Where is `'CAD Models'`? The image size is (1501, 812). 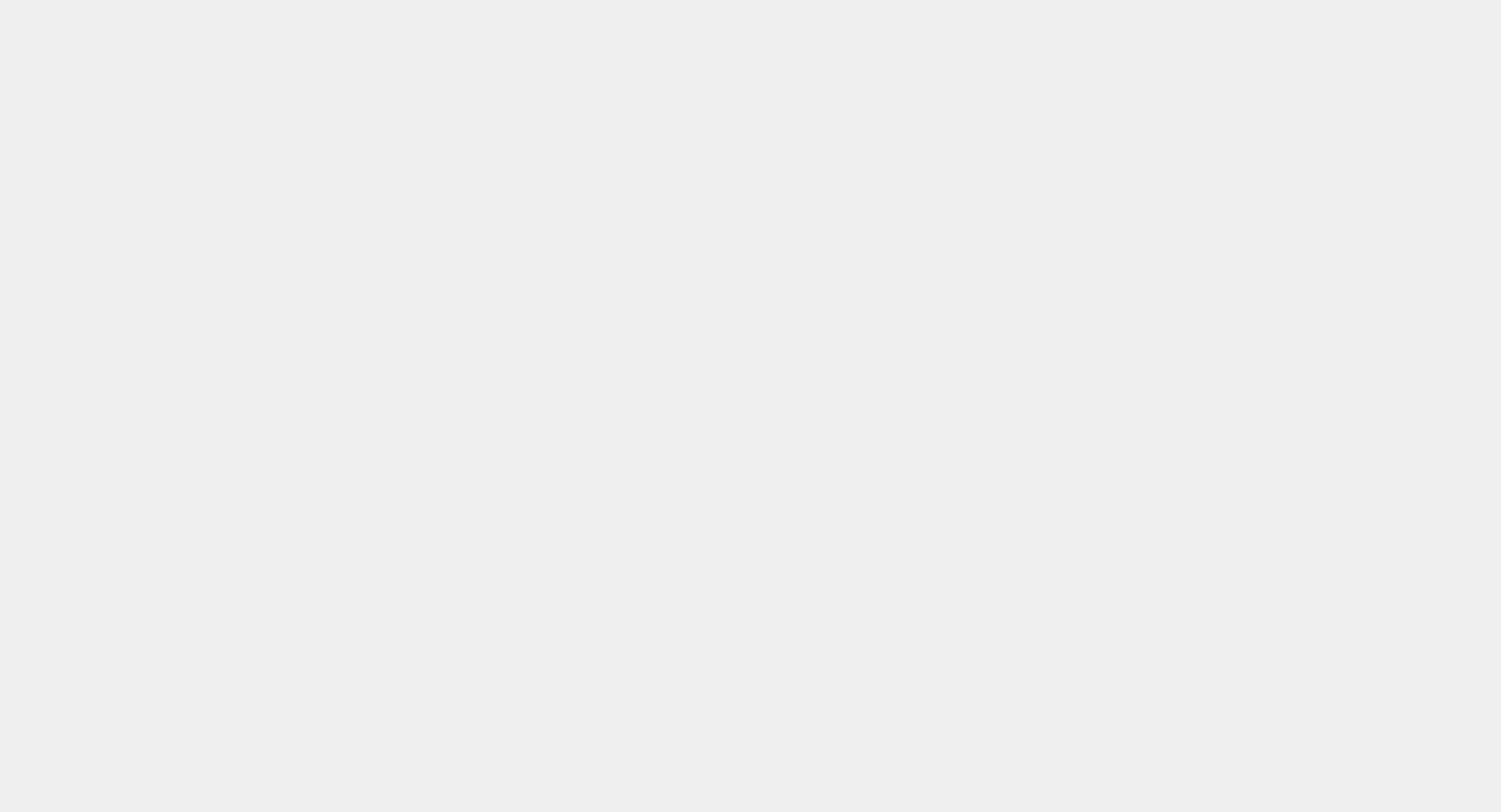 'CAD Models' is located at coordinates (917, 37).